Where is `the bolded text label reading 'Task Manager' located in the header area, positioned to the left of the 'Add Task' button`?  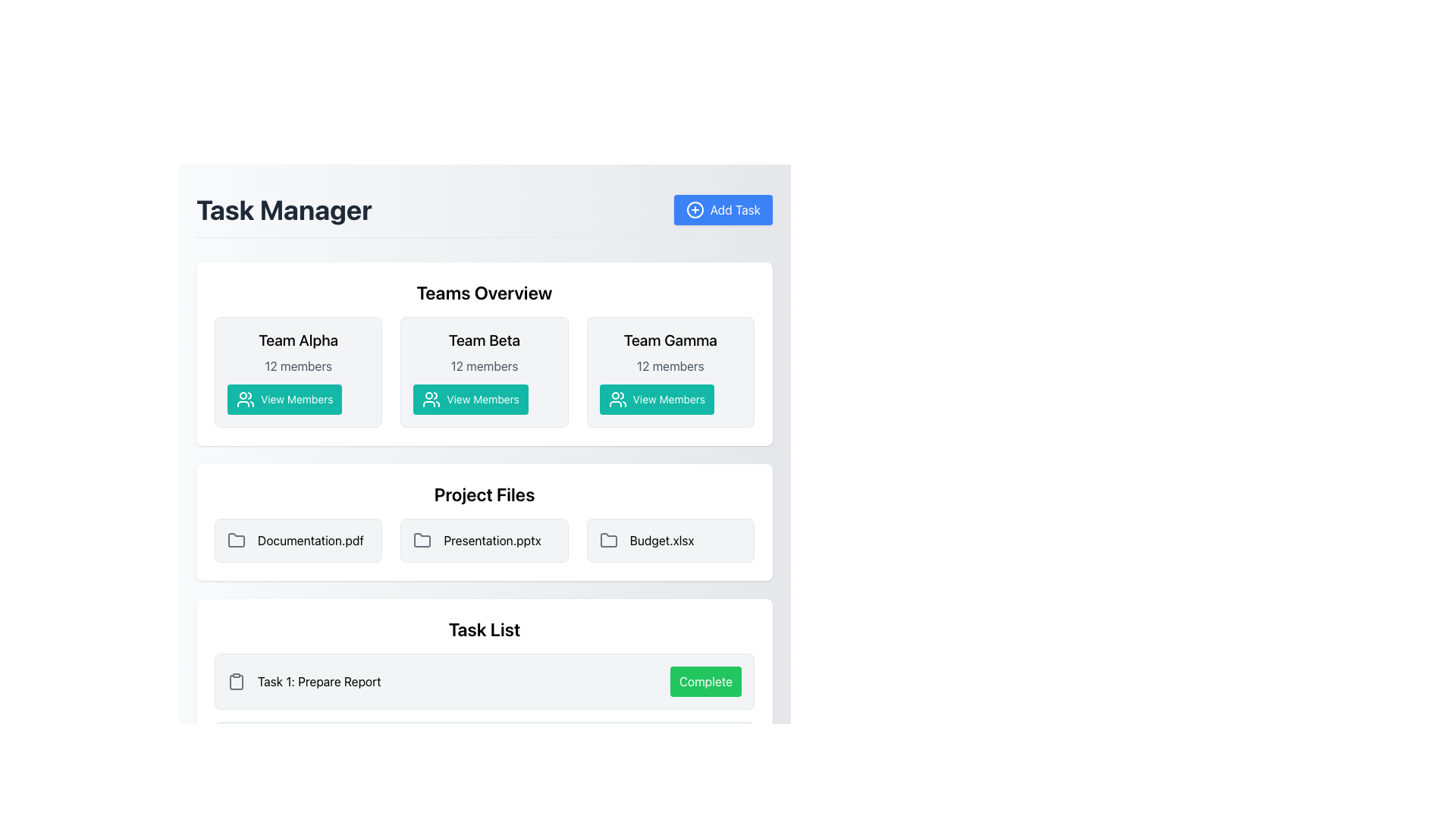 the bolded text label reading 'Task Manager' located in the header area, positioned to the left of the 'Add Task' button is located at coordinates (284, 210).